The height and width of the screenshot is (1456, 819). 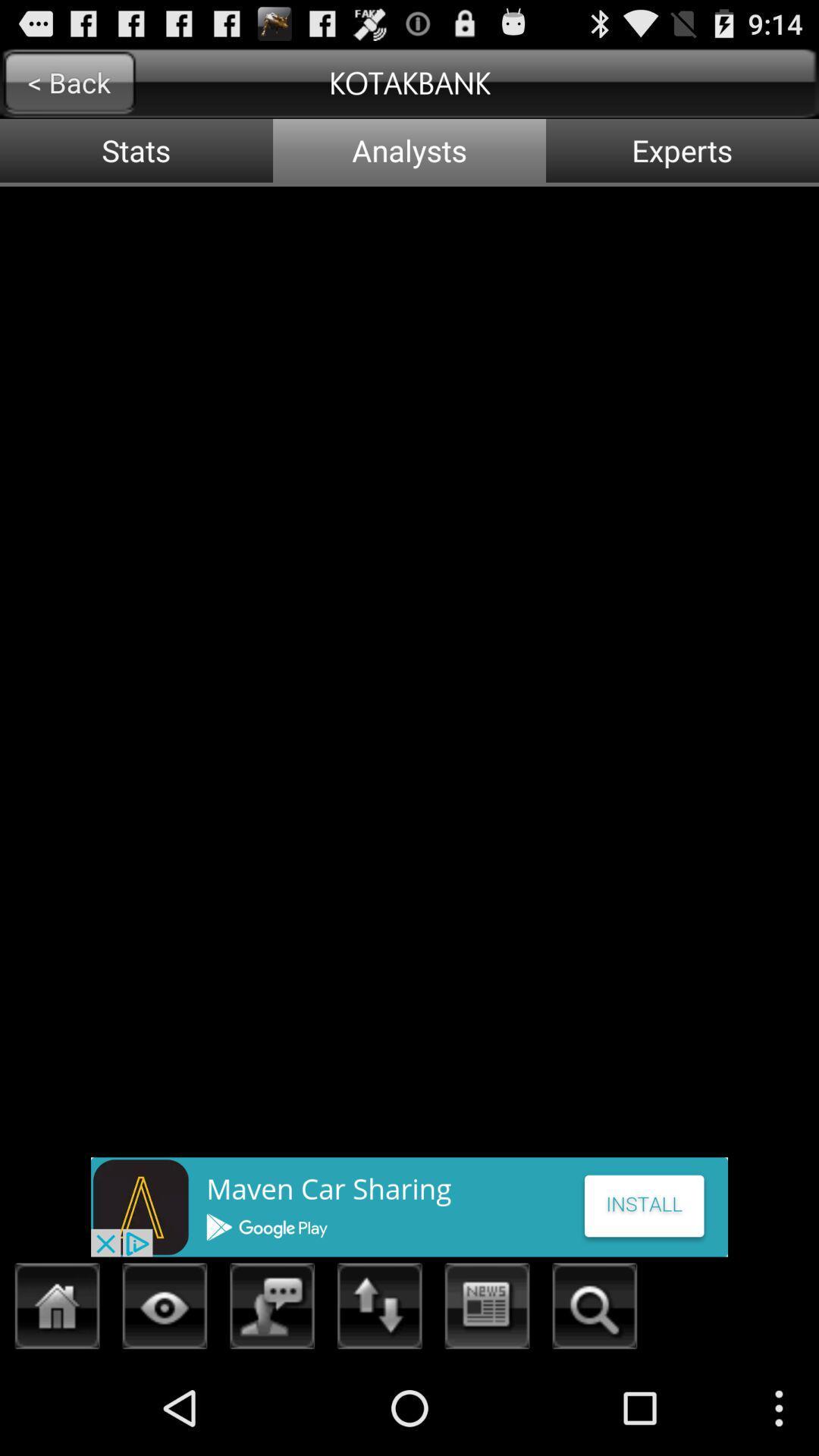 I want to click on the home icon, so click(x=57, y=1401).